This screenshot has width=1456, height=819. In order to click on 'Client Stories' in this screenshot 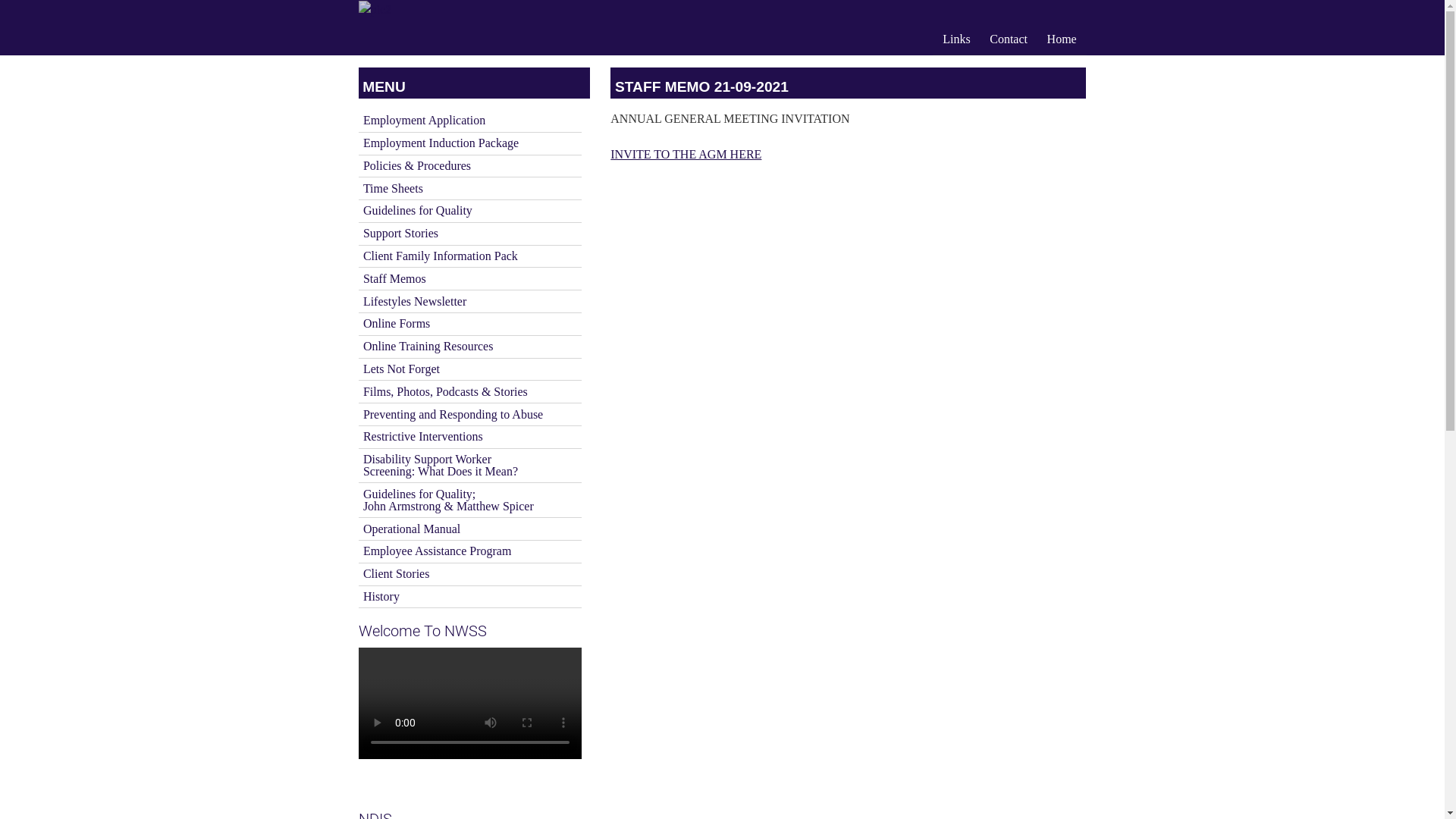, I will do `click(469, 574)`.